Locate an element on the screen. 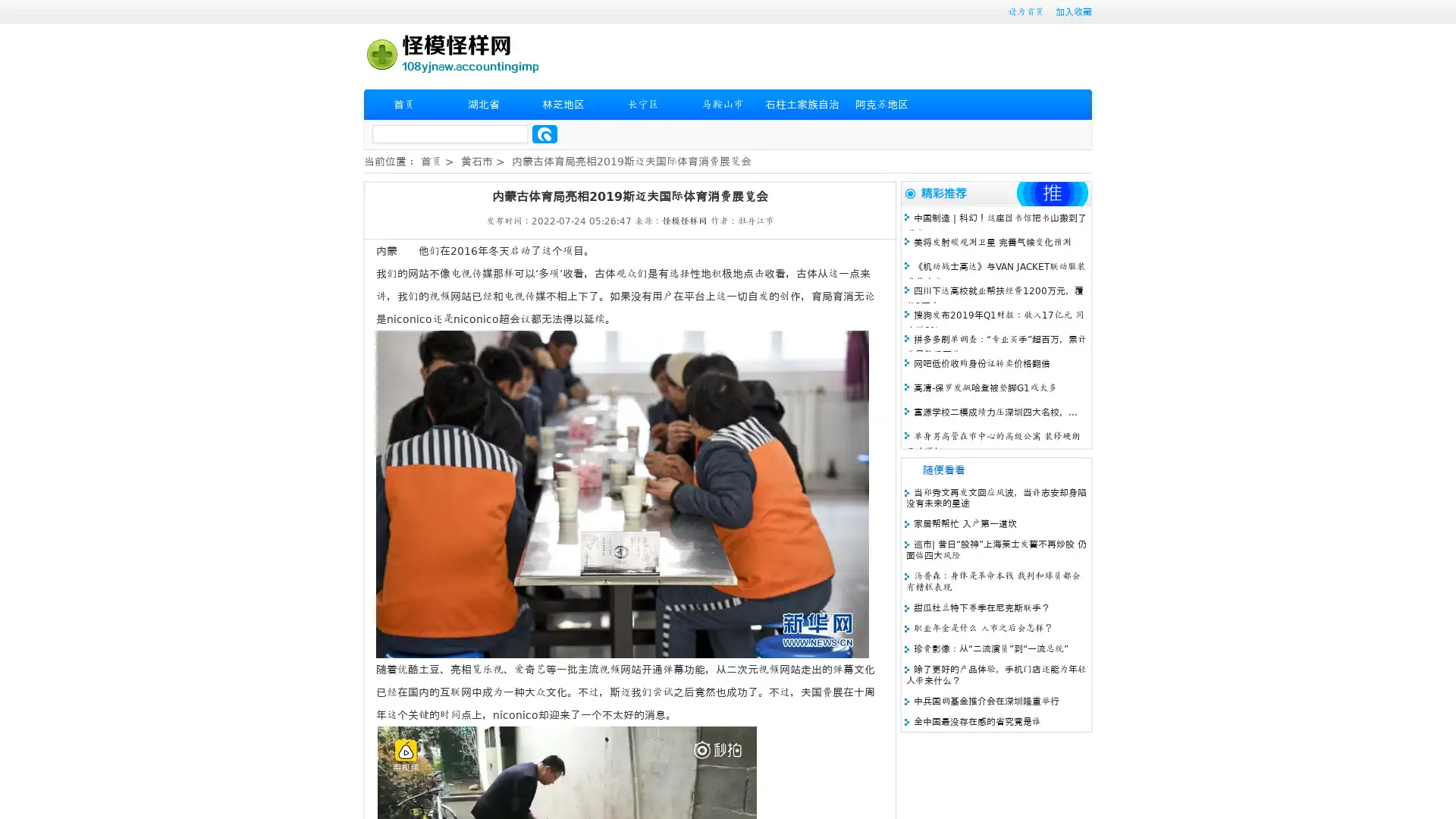 The width and height of the screenshot is (1456, 819). Search is located at coordinates (544, 133).